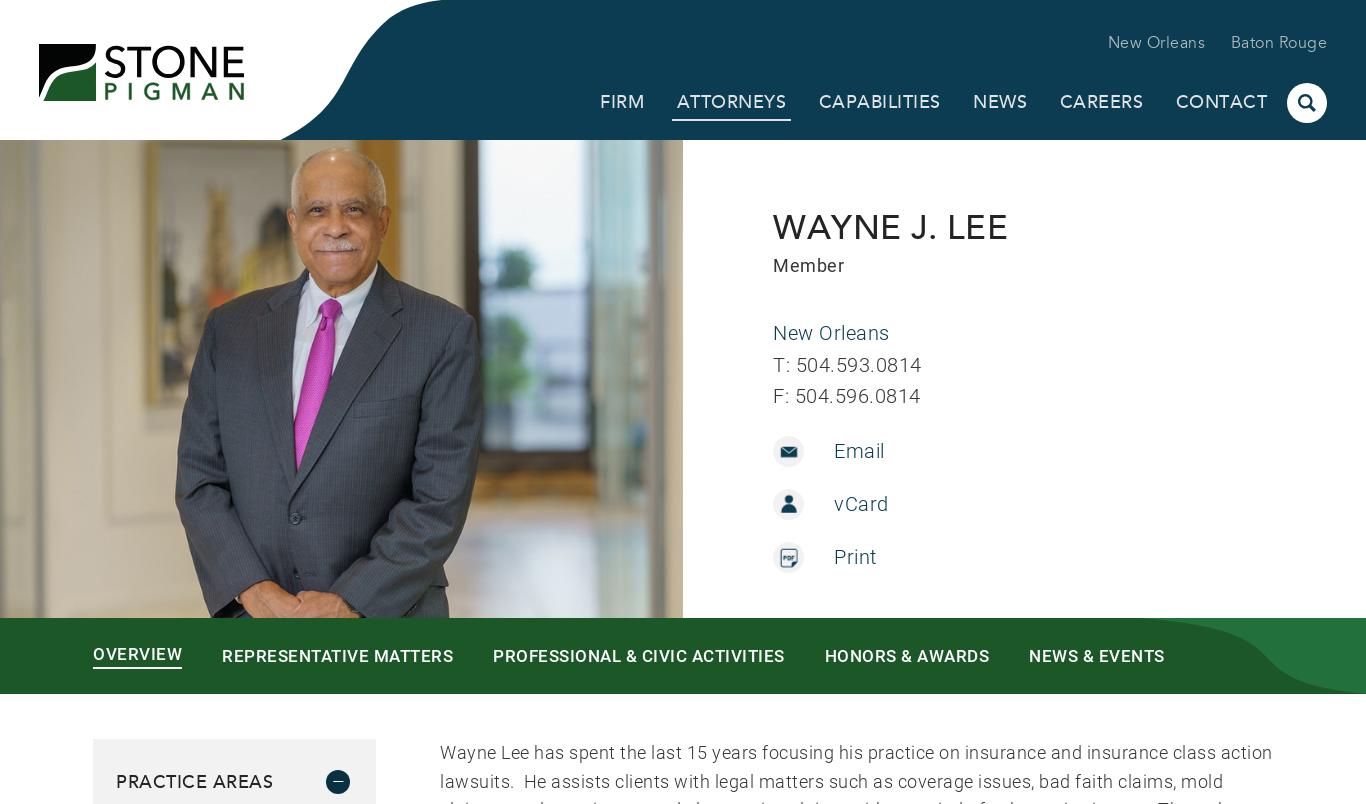 The height and width of the screenshot is (804, 1366). I want to click on 'News & Events', so click(1028, 654).